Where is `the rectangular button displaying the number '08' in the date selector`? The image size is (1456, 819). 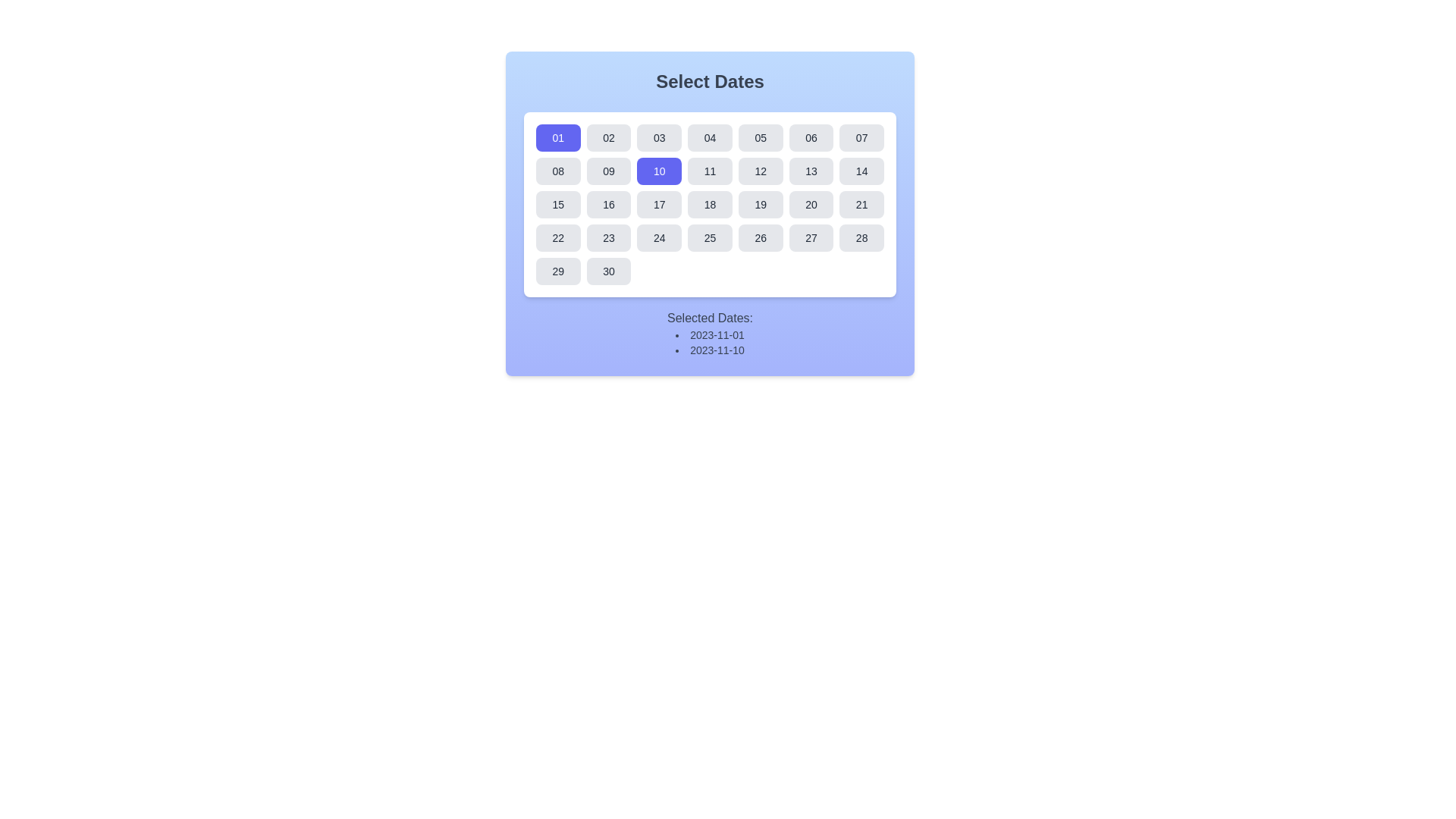 the rectangular button displaying the number '08' in the date selector is located at coordinates (557, 171).